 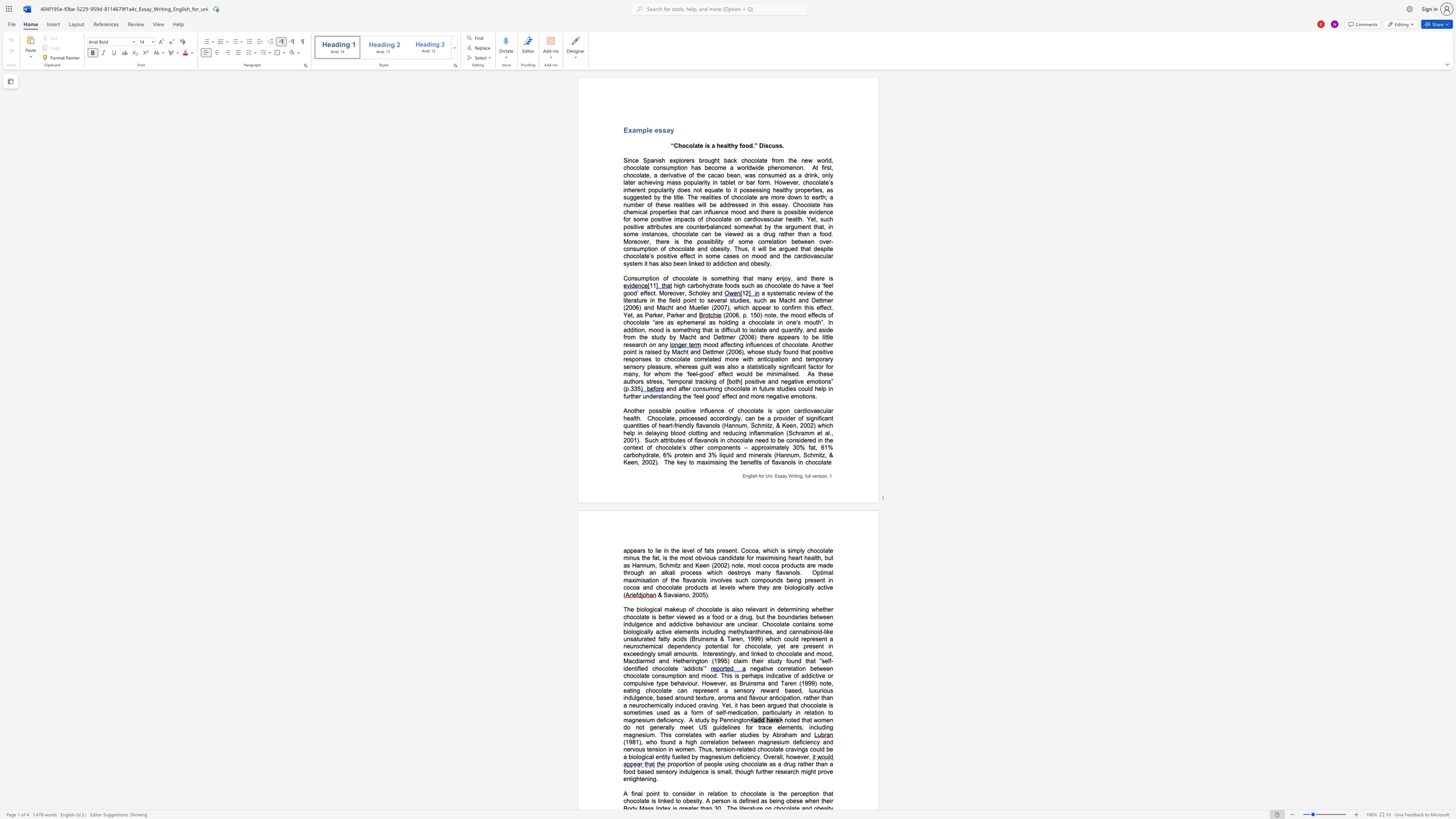 I want to click on the subset text "to co" within the text "appear to confirm", so click(x=773, y=307).